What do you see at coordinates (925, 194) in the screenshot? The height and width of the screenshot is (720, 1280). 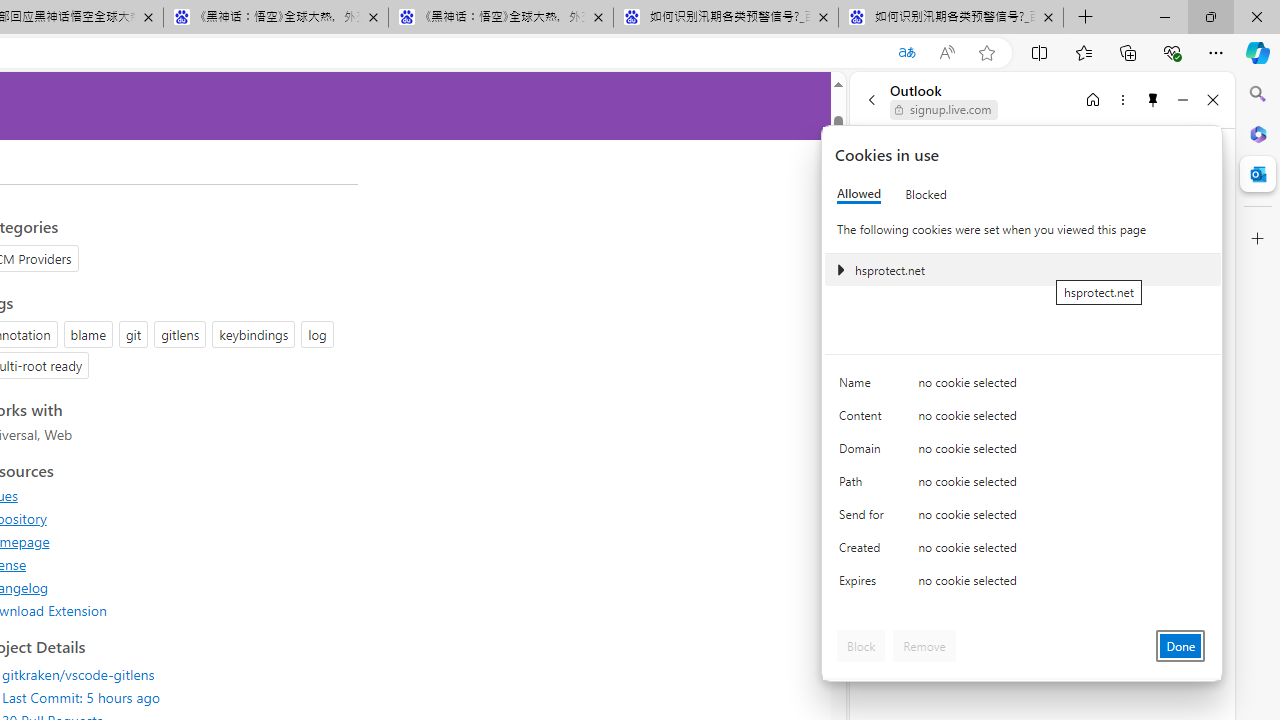 I see `'Blocked'` at bounding box center [925, 194].